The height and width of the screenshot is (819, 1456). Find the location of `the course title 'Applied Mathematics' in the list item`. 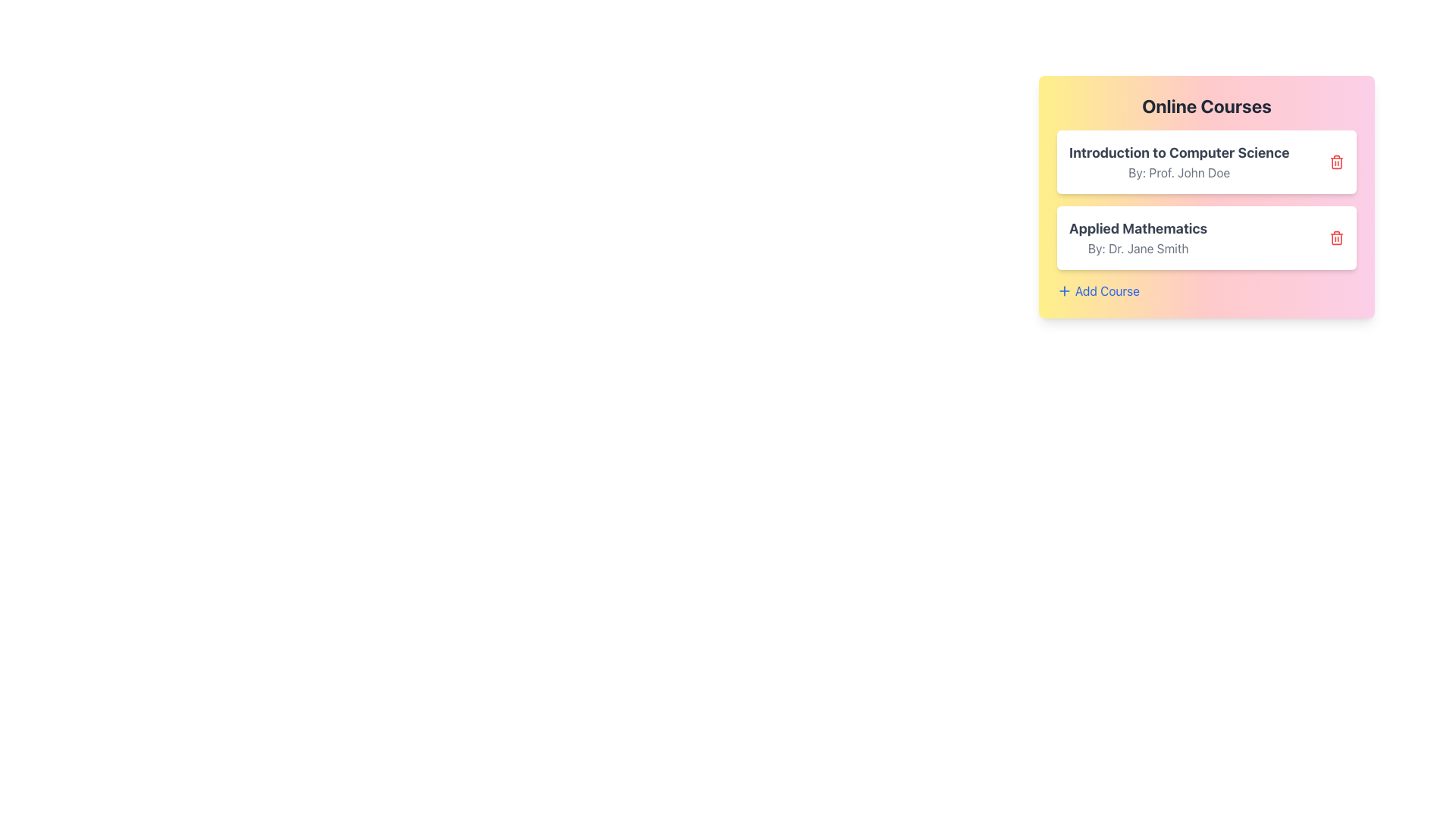

the course title 'Applied Mathematics' in the list item is located at coordinates (1206, 215).